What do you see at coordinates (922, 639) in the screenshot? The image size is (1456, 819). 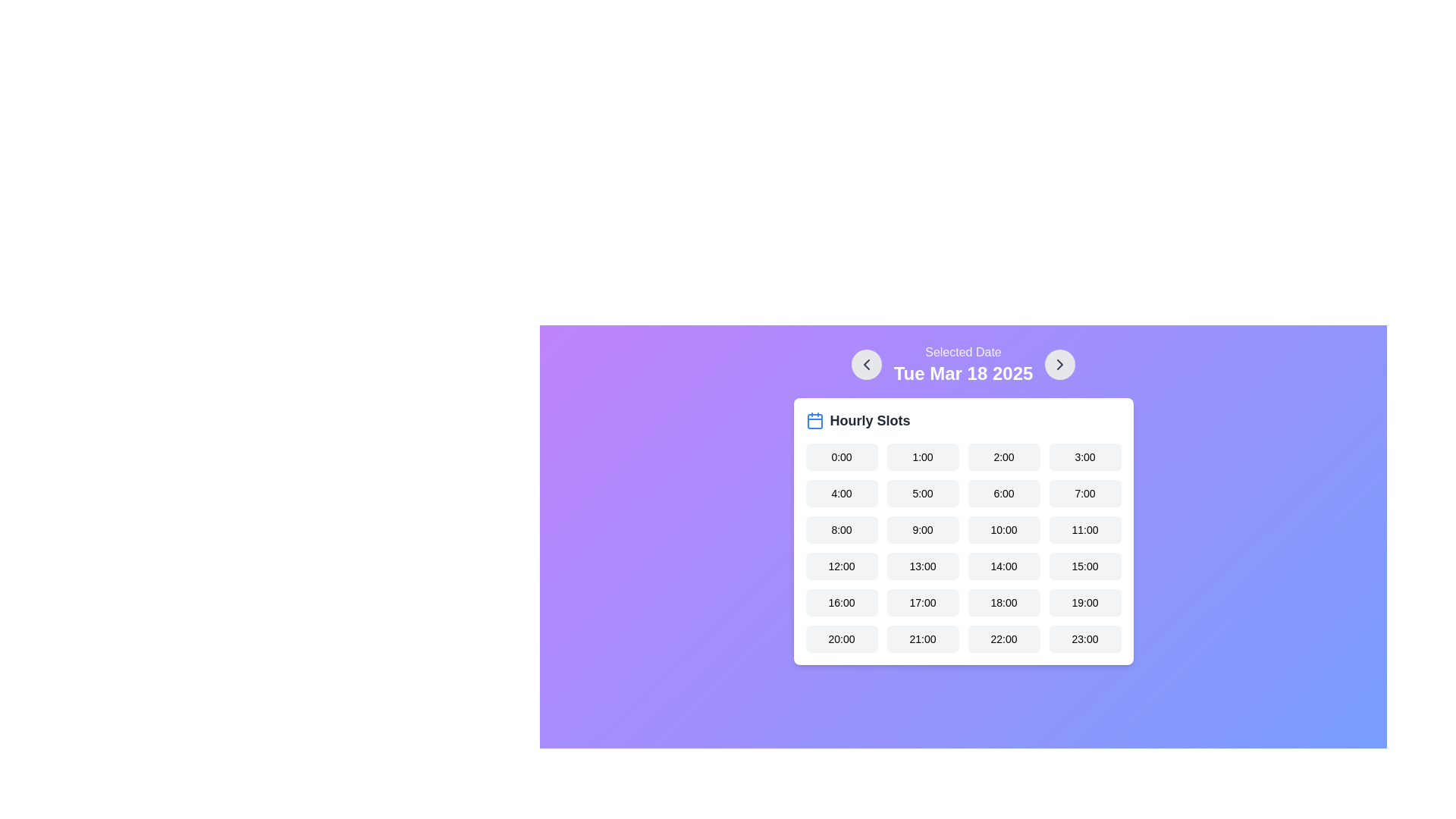 I see `the button displaying '21:00' in the second column of the sixth row within the 'Hourly Slots' grid` at bounding box center [922, 639].